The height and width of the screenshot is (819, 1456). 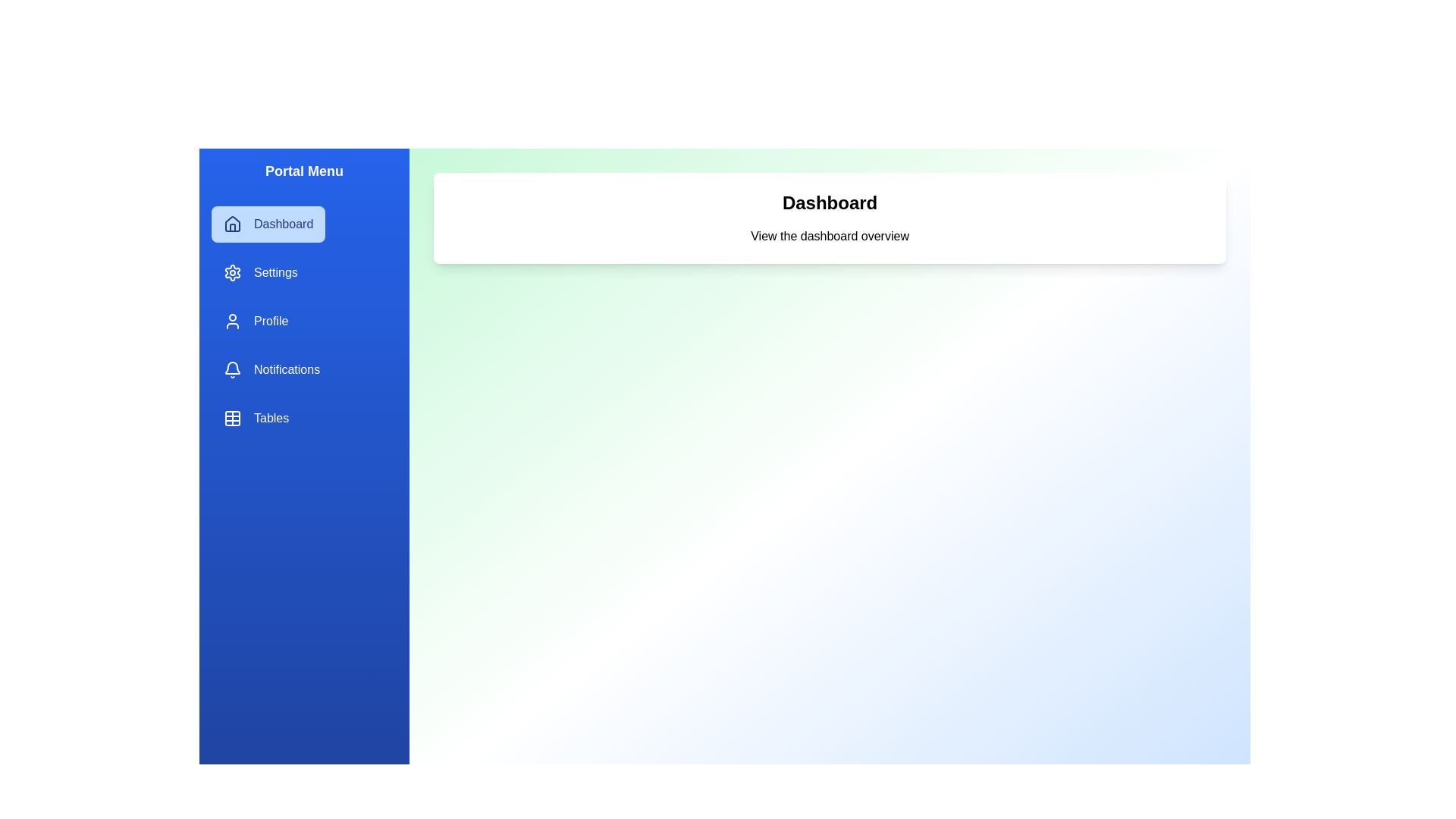 What do you see at coordinates (255, 321) in the screenshot?
I see `the menu option Profile to navigate to the corresponding section` at bounding box center [255, 321].